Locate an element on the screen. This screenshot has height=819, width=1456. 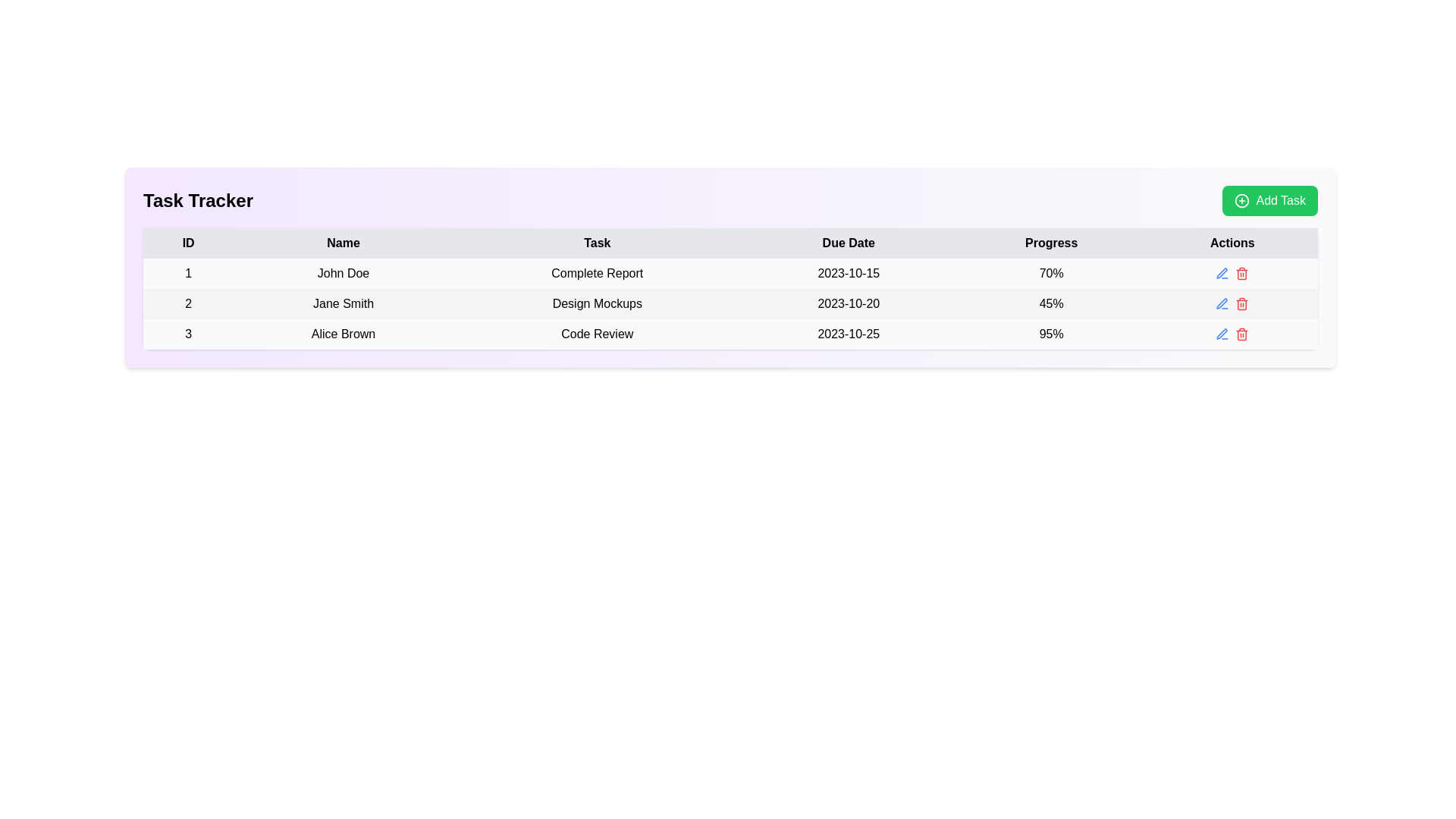
number from the table cell that identifies the row corresponding to 'Jane Smith' in the second row of the table is located at coordinates (187, 304).